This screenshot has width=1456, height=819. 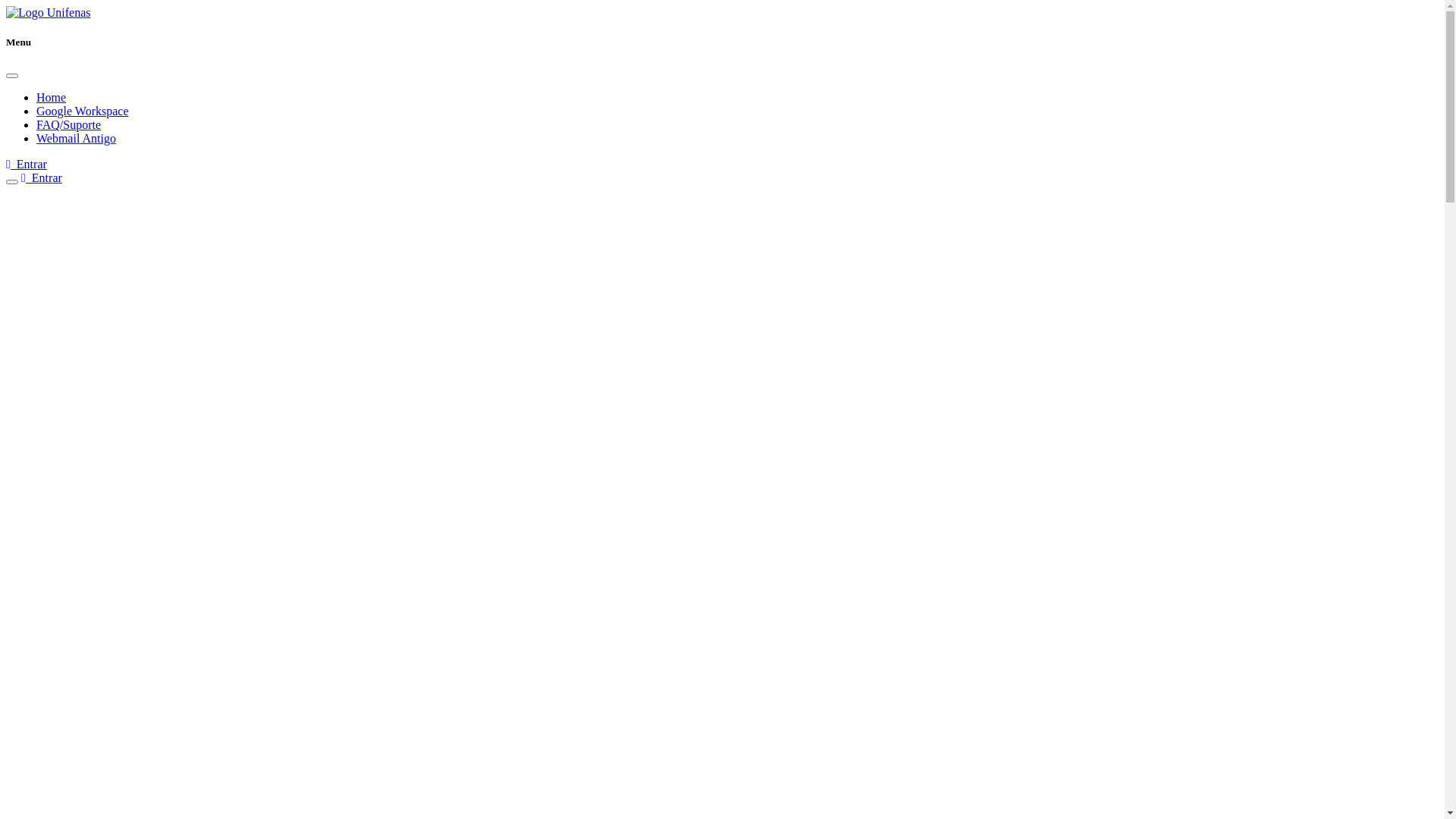 What do you see at coordinates (82, 110) in the screenshot?
I see `'Google Workspace'` at bounding box center [82, 110].